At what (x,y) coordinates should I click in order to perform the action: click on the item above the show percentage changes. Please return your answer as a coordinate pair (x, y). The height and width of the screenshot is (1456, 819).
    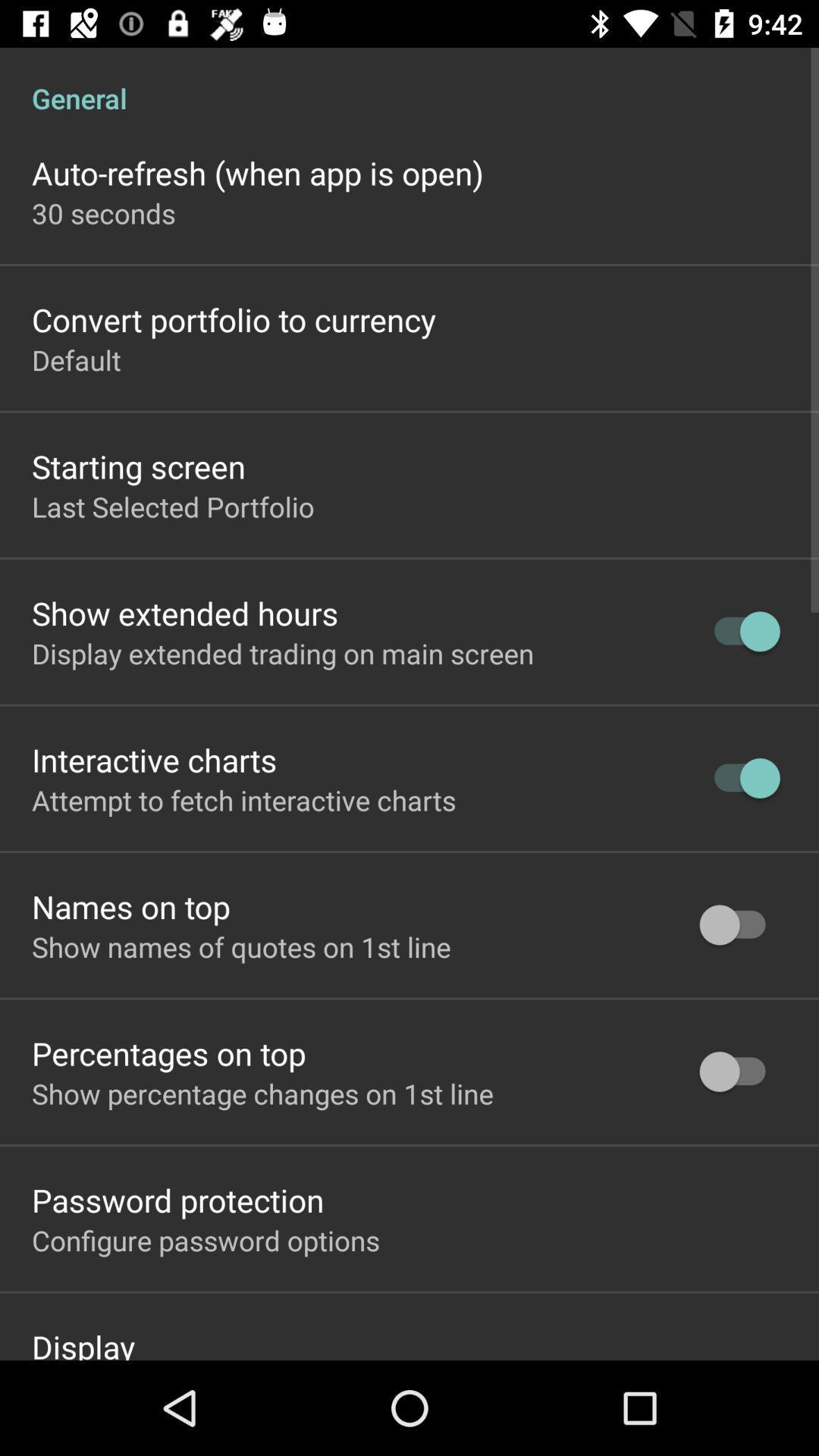
    Looking at the image, I should click on (168, 1052).